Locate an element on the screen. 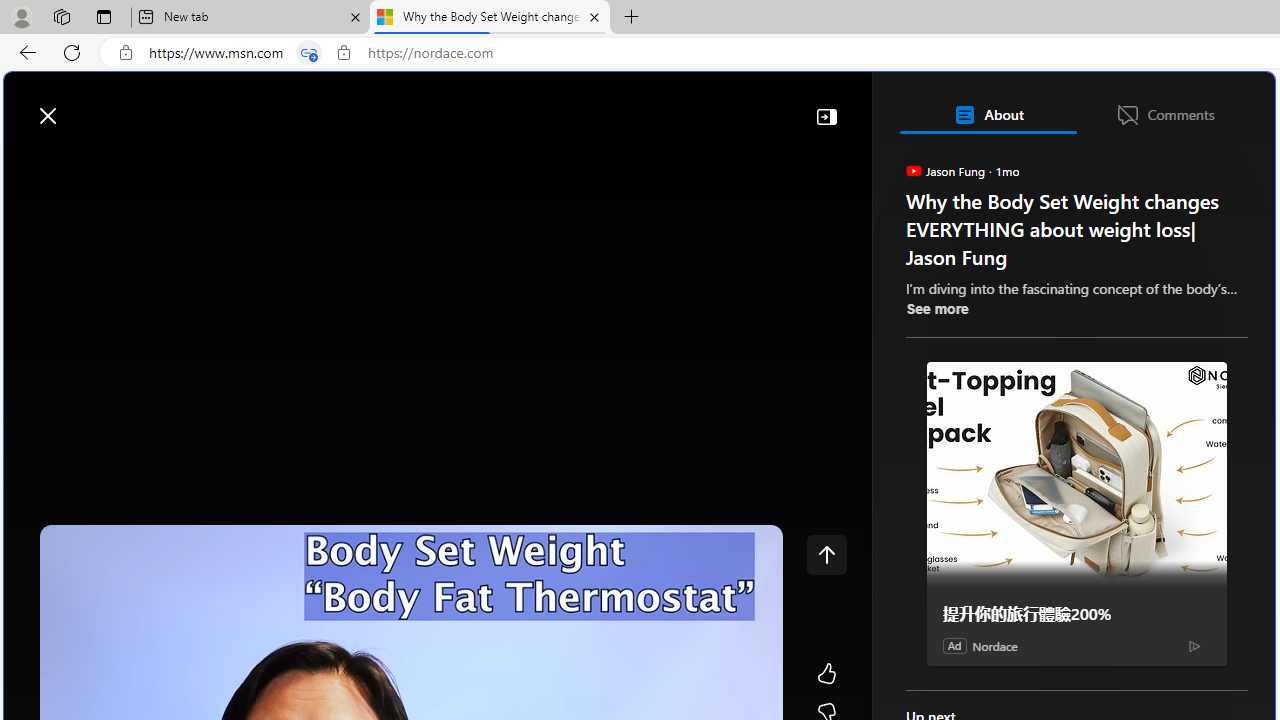 Image resolution: width=1280 pixels, height=720 pixels. 'About' is located at coordinates (987, 114).